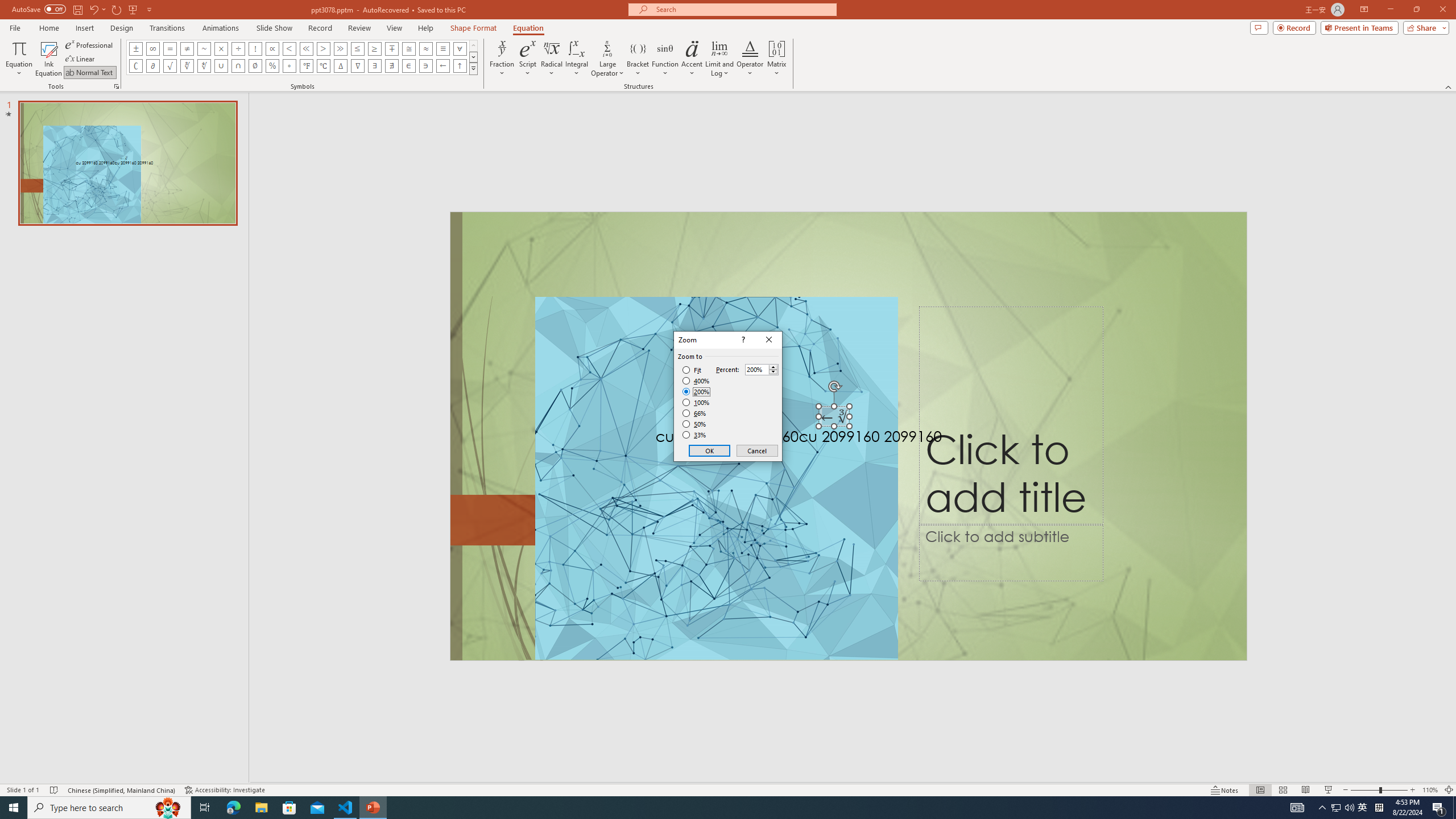 Image resolution: width=1456 pixels, height=819 pixels. I want to click on 'Equation Symbol Complement', so click(136, 65).